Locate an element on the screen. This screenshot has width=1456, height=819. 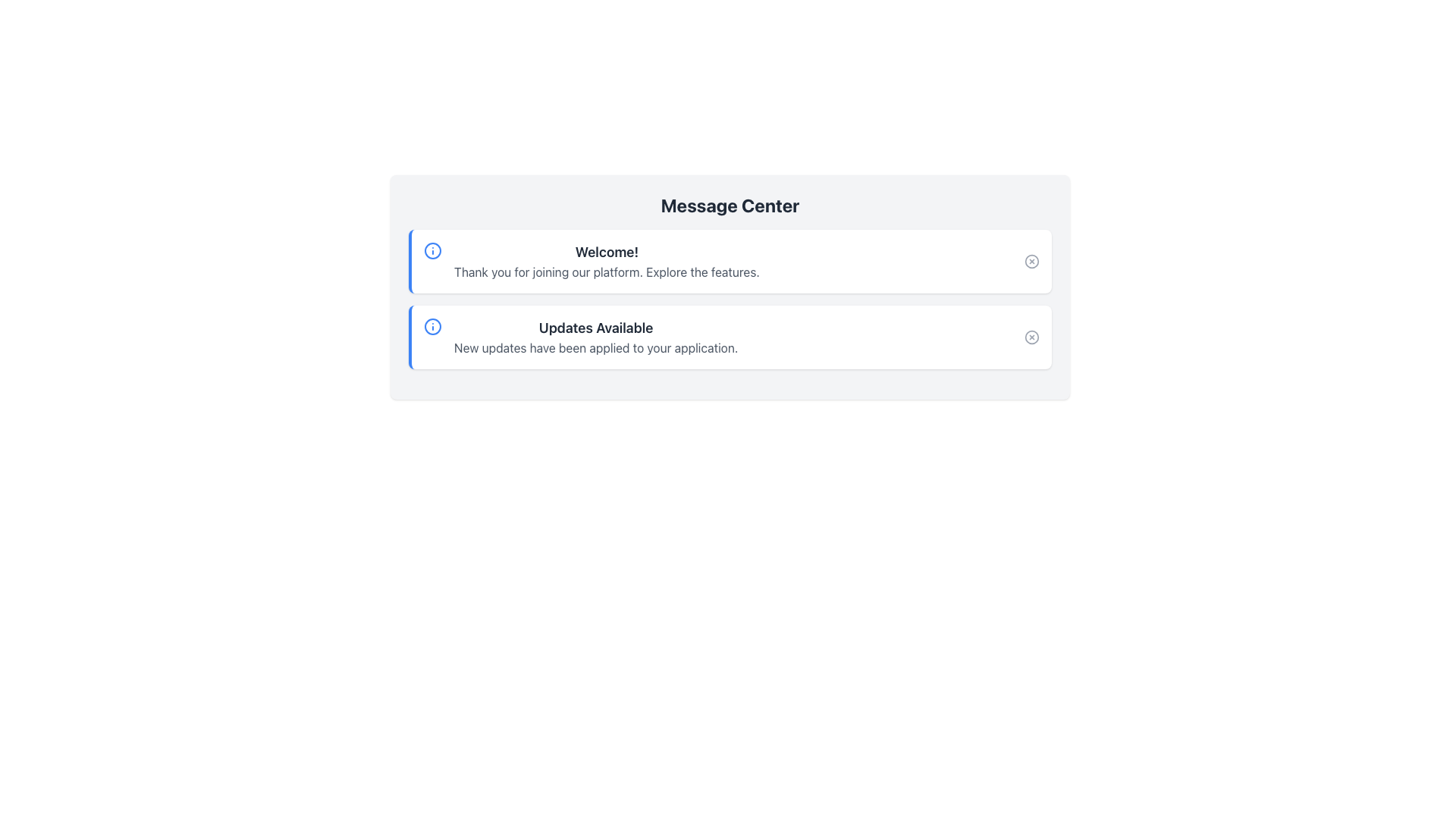
informational text block titled 'Updates Available' which describes that new updates have been applied to your application is located at coordinates (580, 336).